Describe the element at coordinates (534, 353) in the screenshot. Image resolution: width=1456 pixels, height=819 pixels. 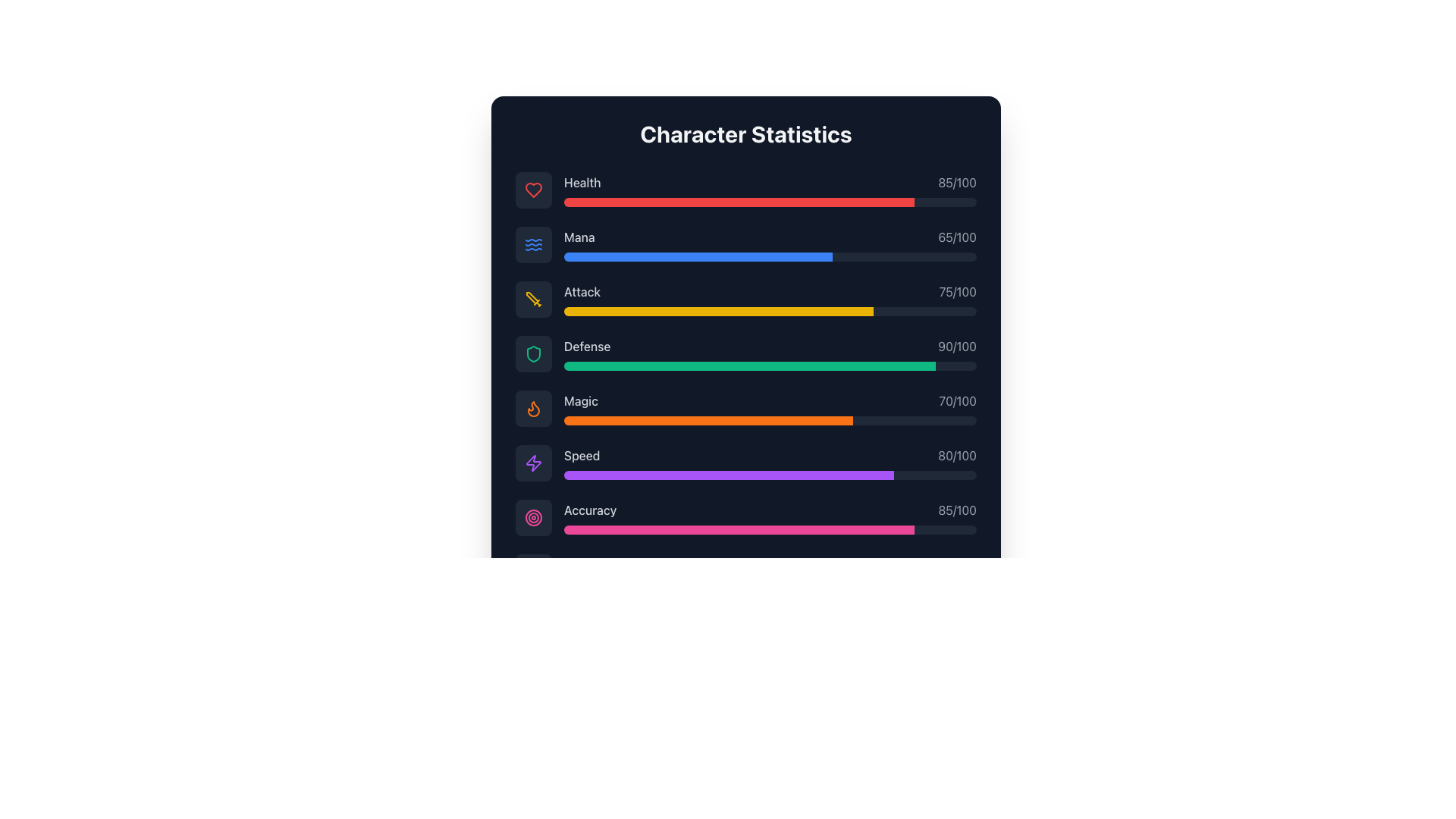
I see `the 'Defense' graphic icon in the 'Character Statistics' list, which visually represents the Defense attribute` at that location.